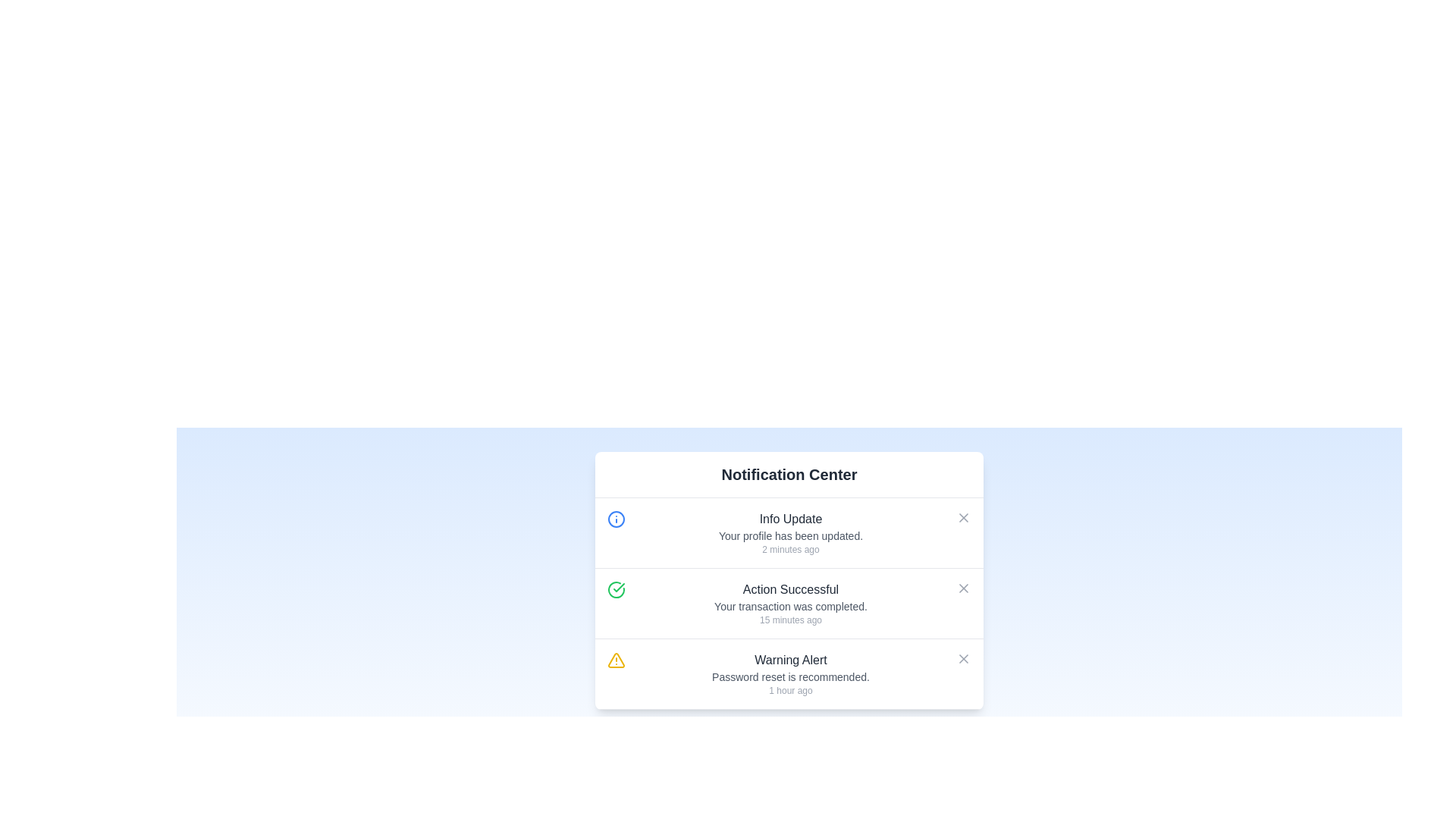 The image size is (1456, 819). Describe the element at coordinates (963, 587) in the screenshot. I see `the close action icon located next to the 'Action Successful' message in the second notification item` at that location.